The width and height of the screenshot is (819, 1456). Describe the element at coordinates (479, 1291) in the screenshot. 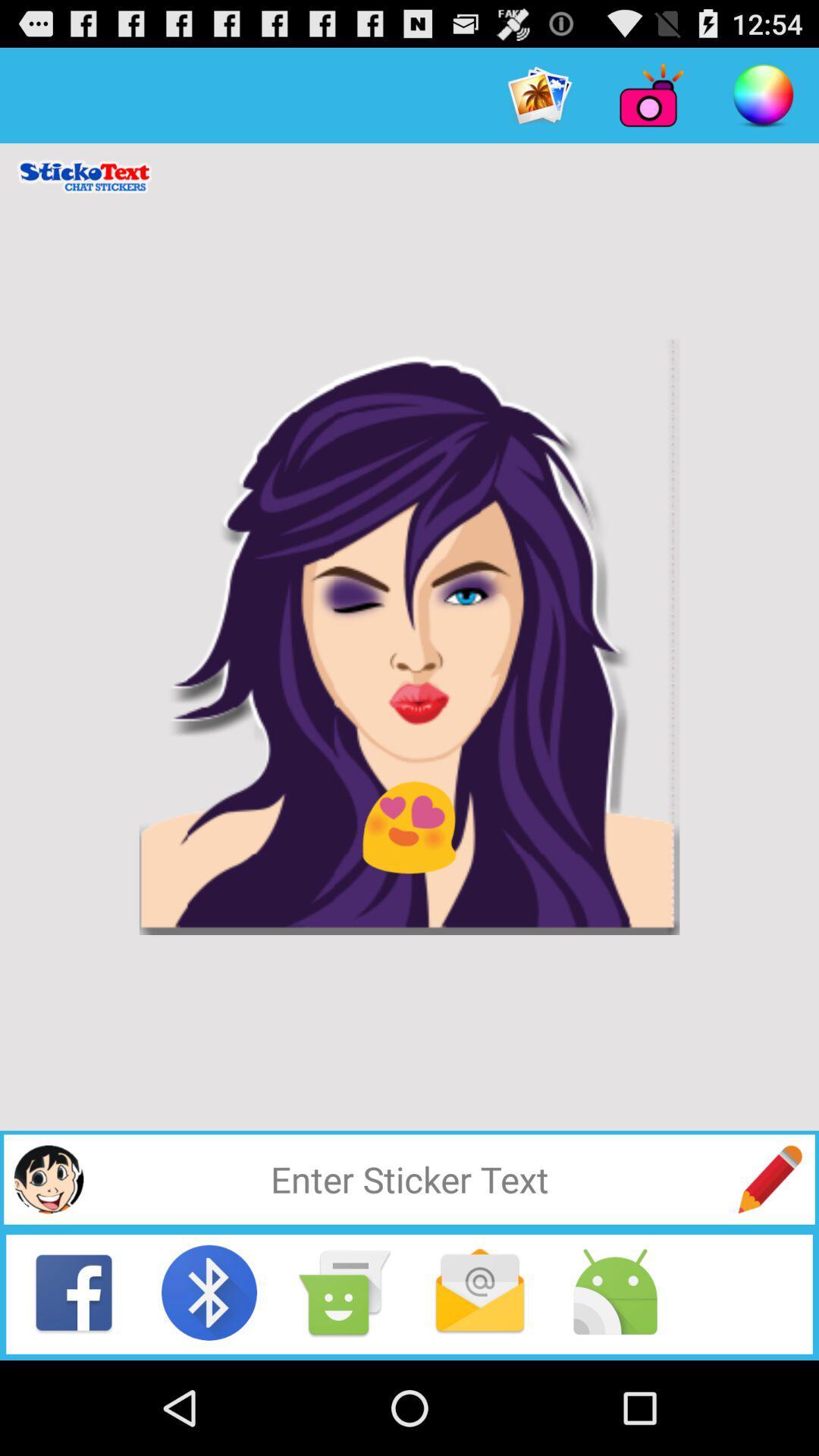

I see `share via email` at that location.